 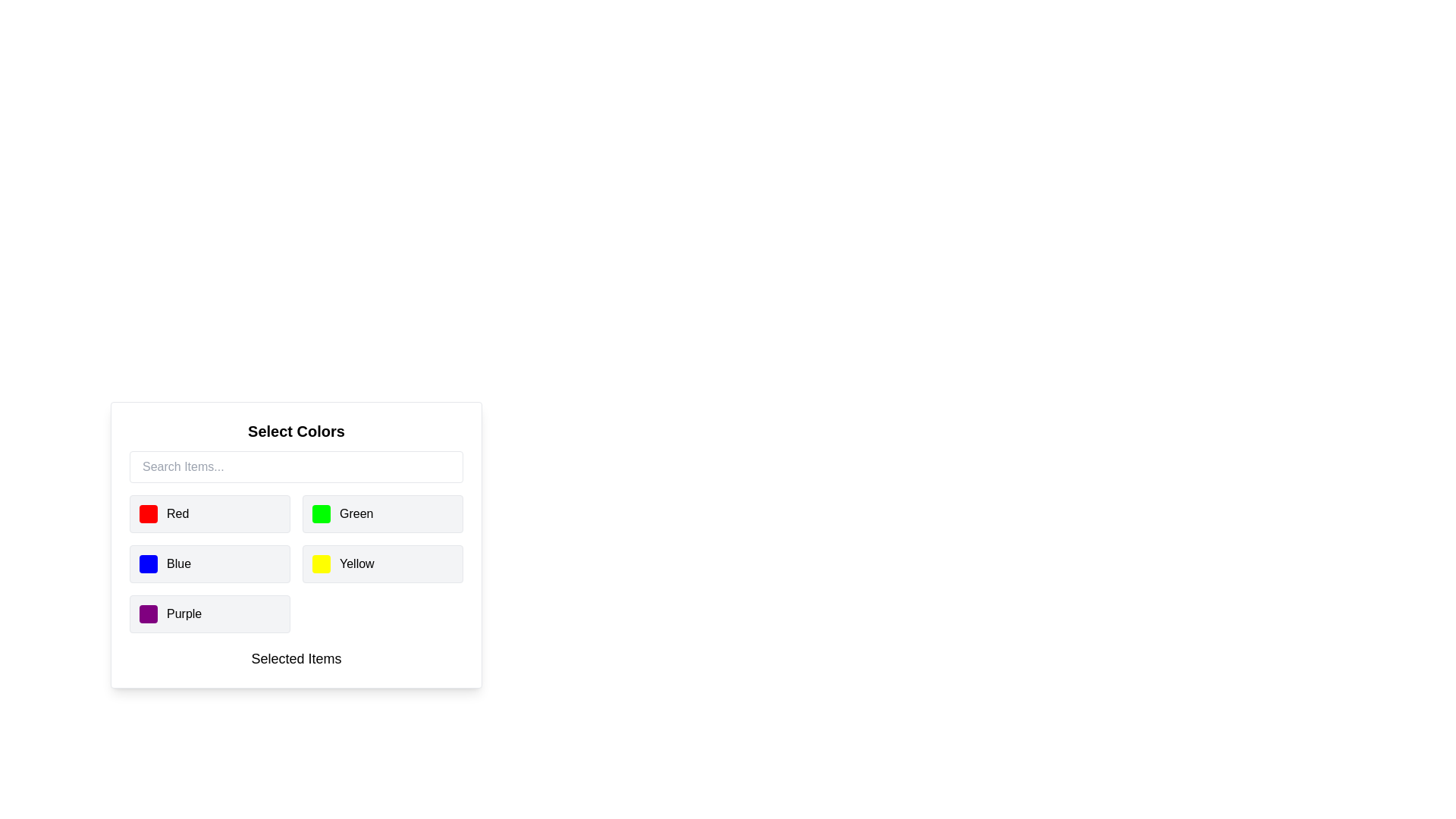 What do you see at coordinates (356, 513) in the screenshot?
I see `the text label displaying 'Green'` at bounding box center [356, 513].